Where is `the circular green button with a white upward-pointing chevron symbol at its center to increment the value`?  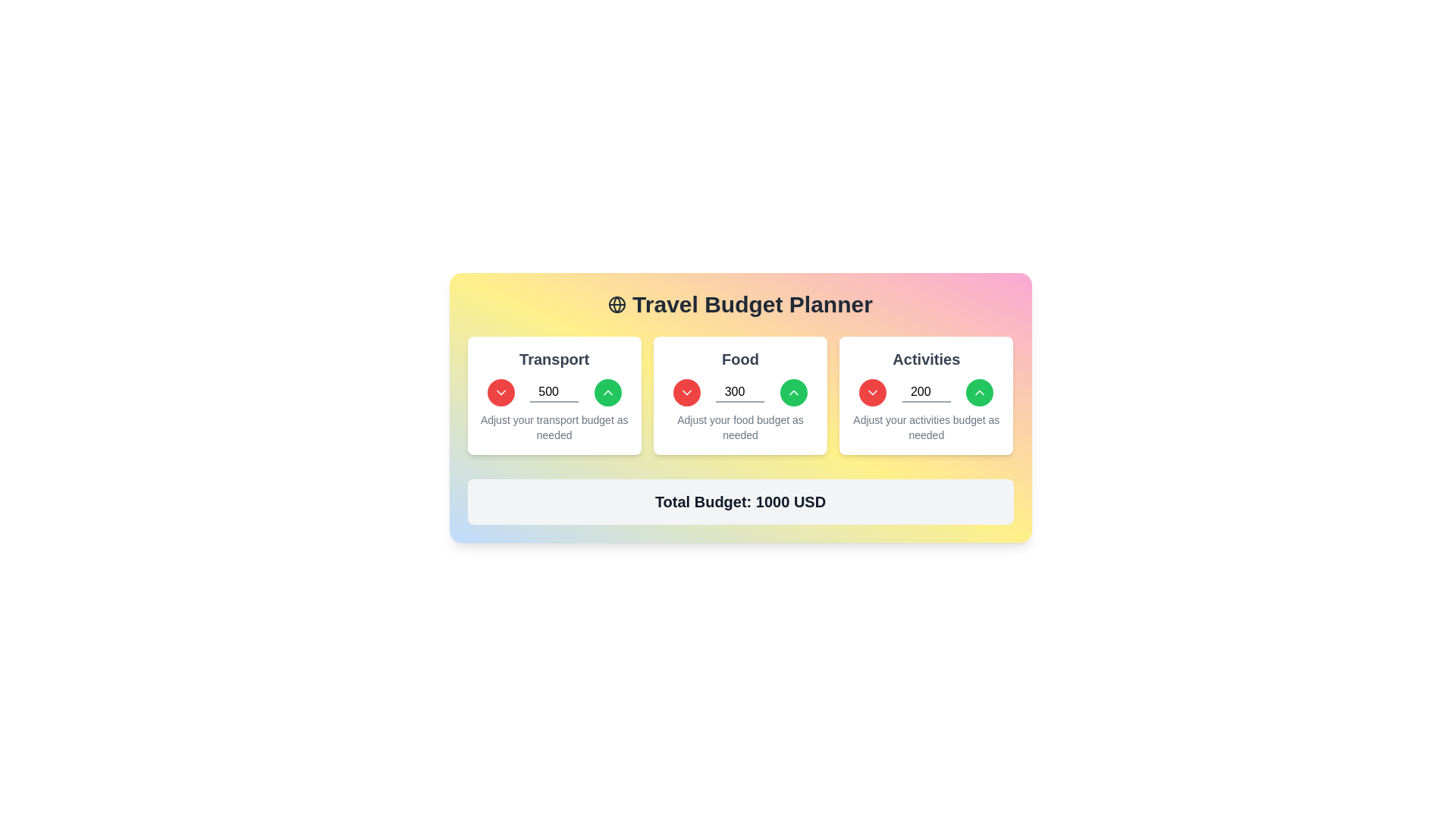
the circular green button with a white upward-pointing chevron symbol at its center to increment the value is located at coordinates (607, 391).